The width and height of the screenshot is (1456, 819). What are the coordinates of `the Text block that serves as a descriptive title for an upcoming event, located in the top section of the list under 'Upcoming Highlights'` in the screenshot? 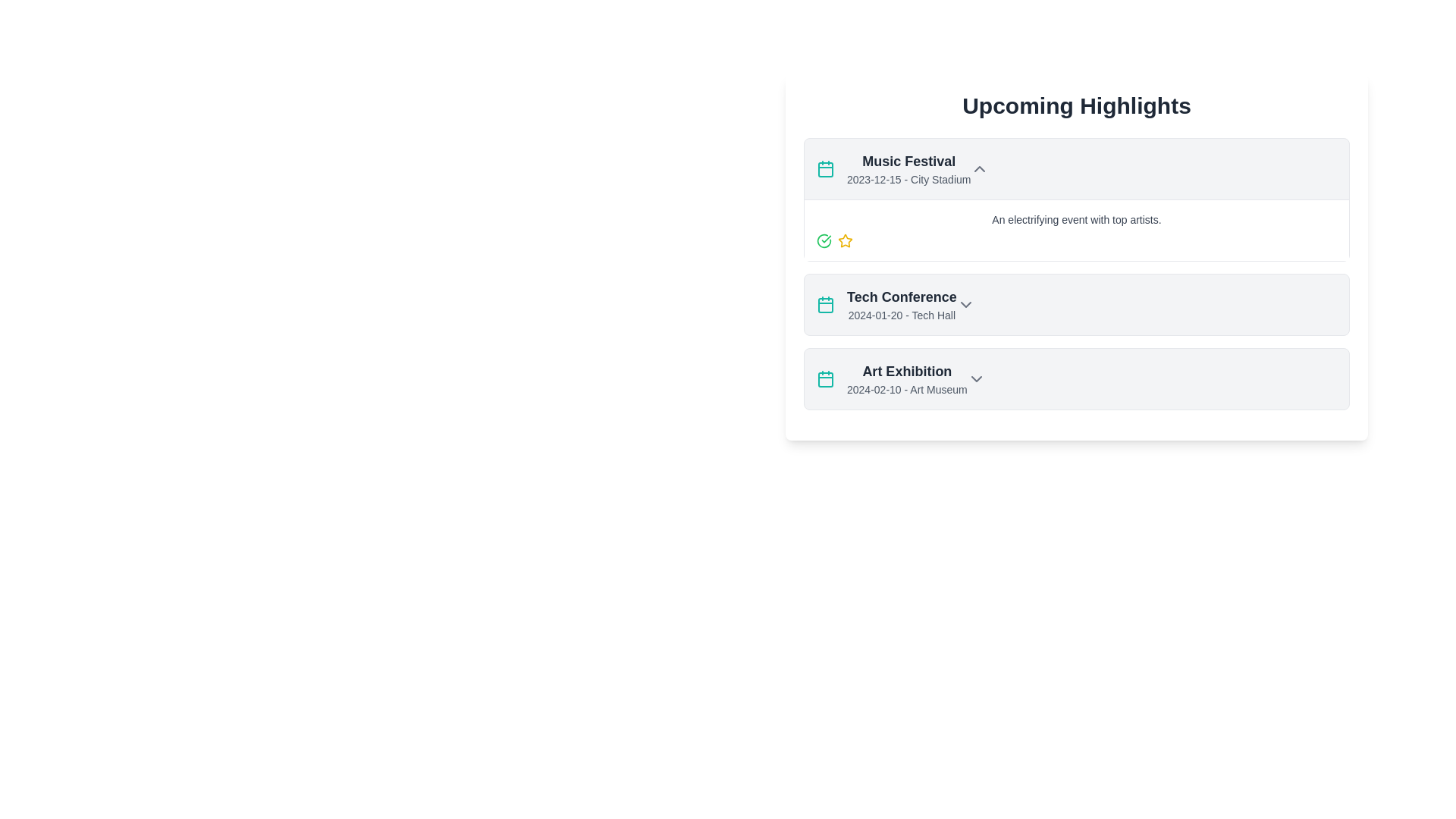 It's located at (908, 169).